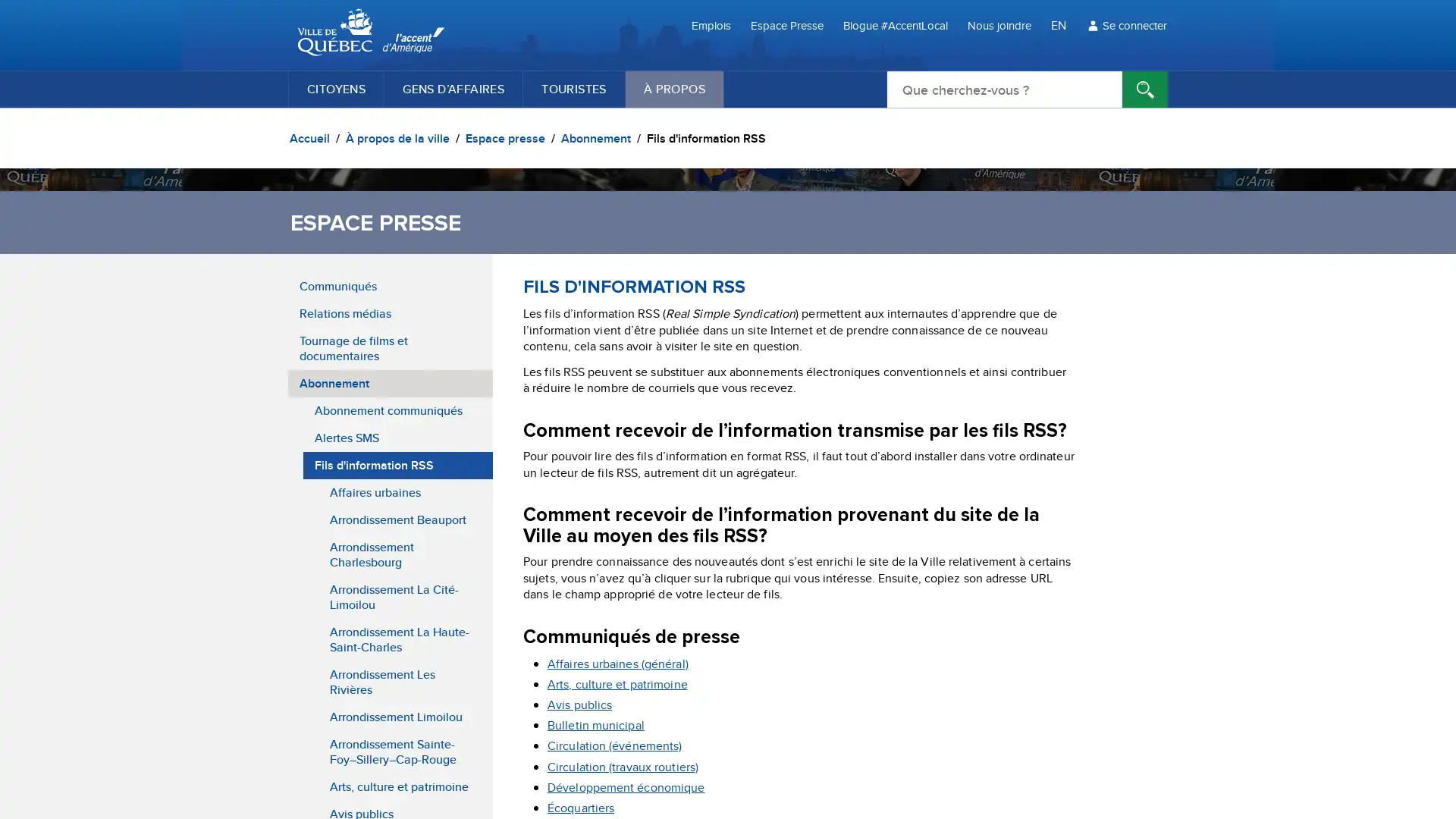 This screenshot has height=819, width=1456. Describe the element at coordinates (1145, 89) in the screenshot. I see `Rechercher` at that location.